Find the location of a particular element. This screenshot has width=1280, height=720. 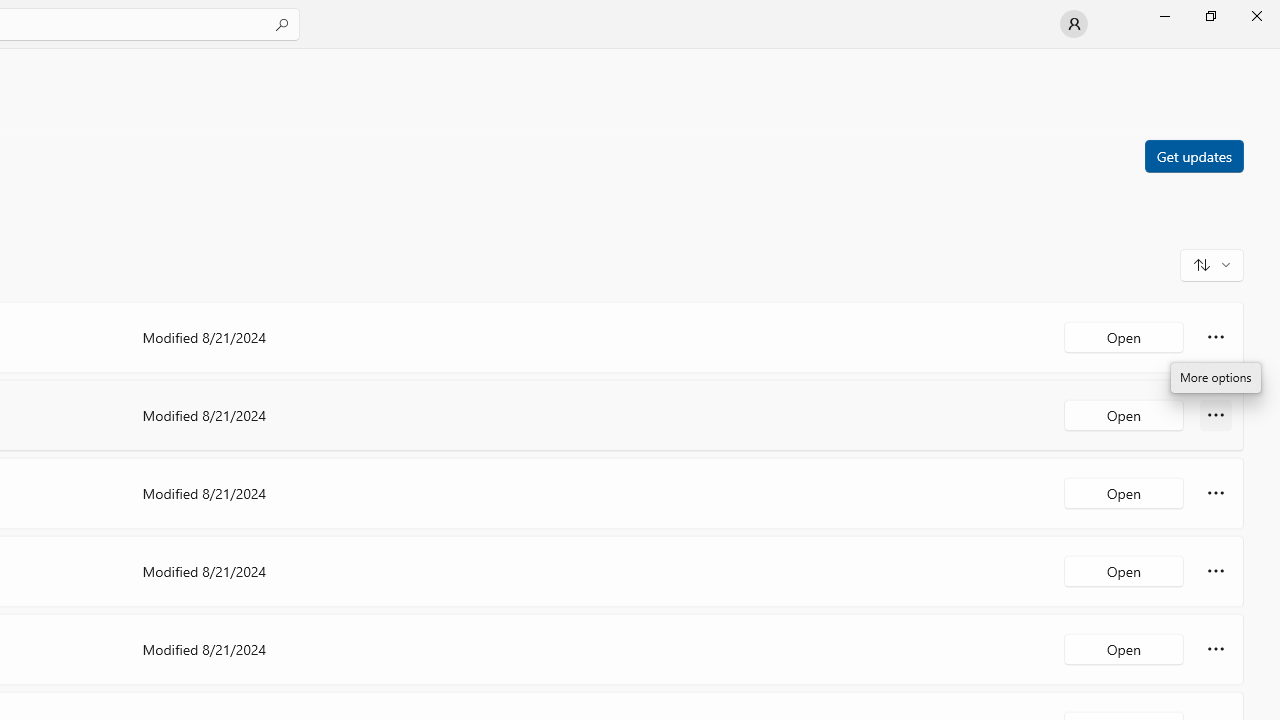

'Restore Microsoft Store' is located at coordinates (1209, 15).